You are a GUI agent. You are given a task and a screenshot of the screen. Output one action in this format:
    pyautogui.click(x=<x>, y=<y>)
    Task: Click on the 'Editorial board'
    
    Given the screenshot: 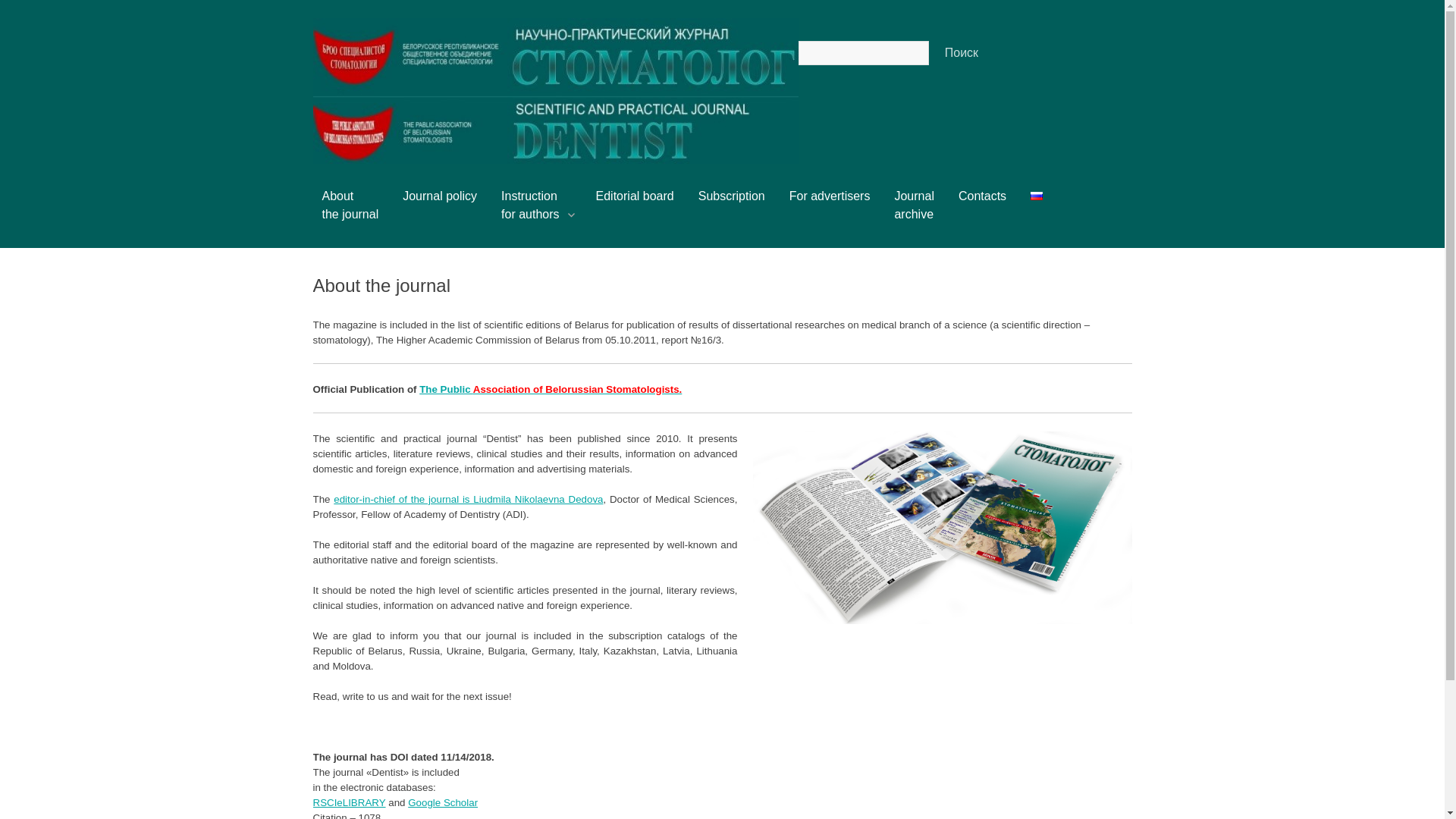 What is the action you would take?
    pyautogui.click(x=635, y=201)
    